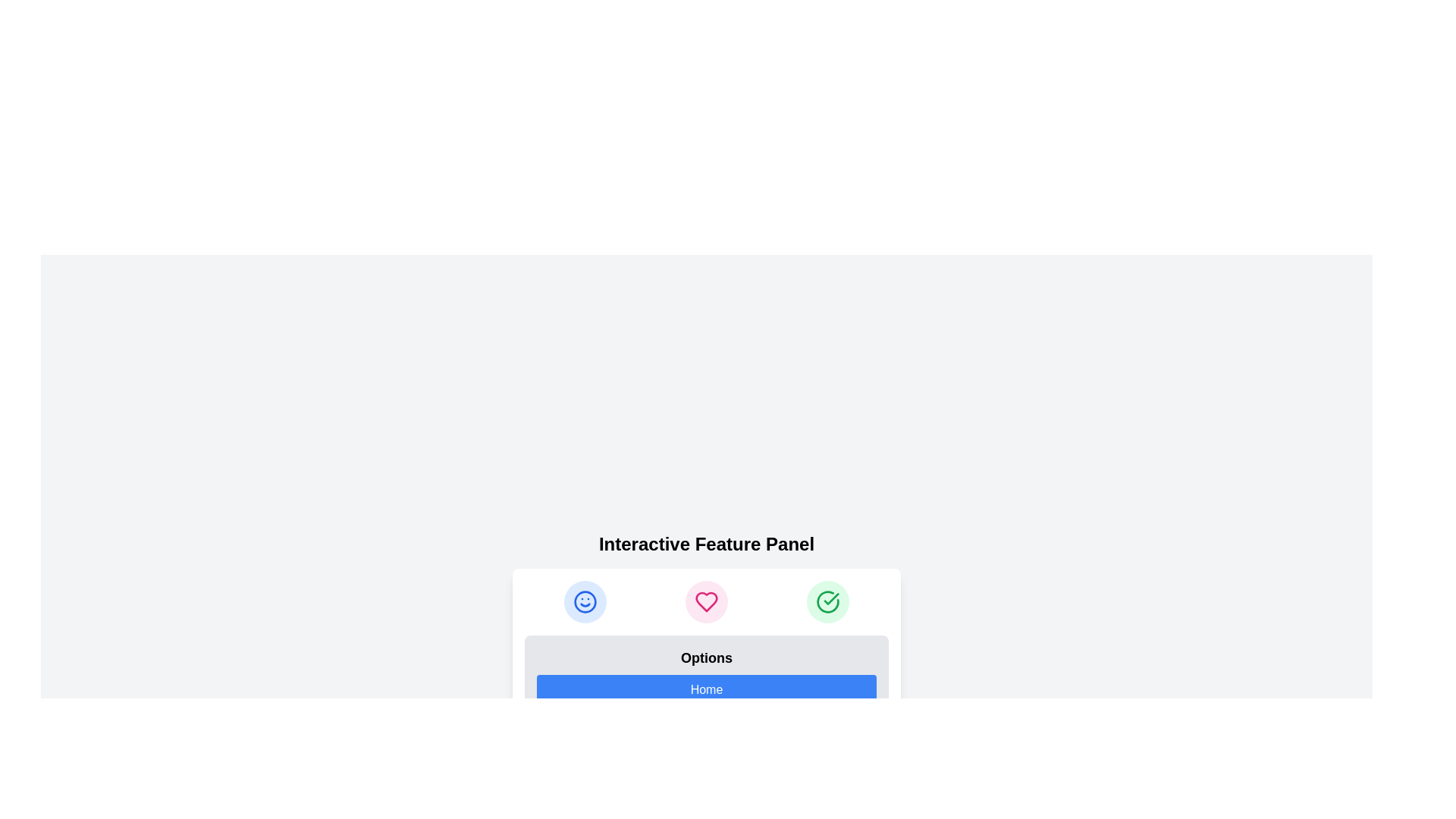 The width and height of the screenshot is (1456, 819). Describe the element at coordinates (705, 601) in the screenshot. I see `the 'favorites' icon located between a smiley face icon and a checkmark icon in the top section of the panel` at that location.